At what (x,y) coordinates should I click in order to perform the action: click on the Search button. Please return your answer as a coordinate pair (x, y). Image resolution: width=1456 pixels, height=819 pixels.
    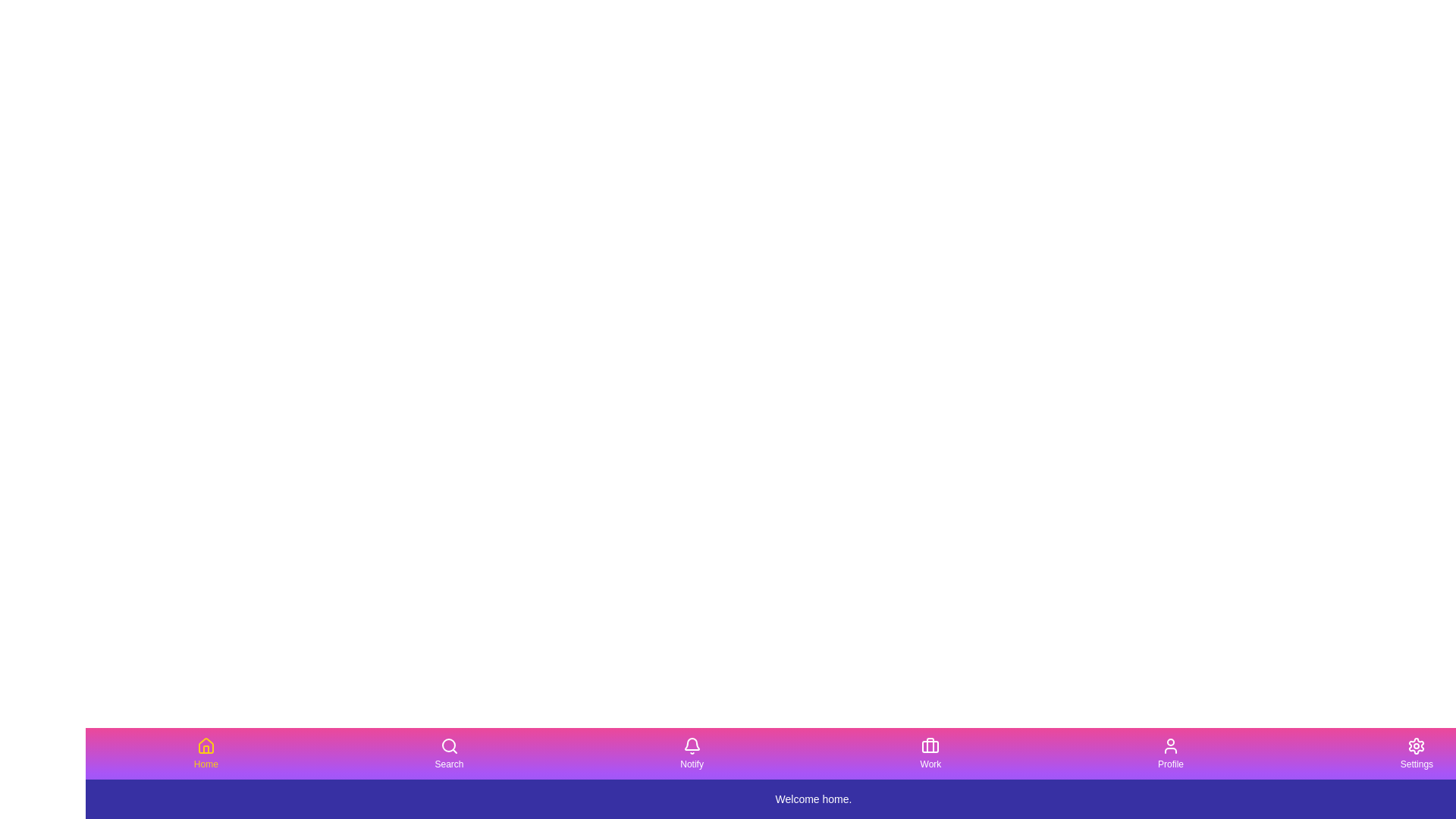
    Looking at the image, I should click on (448, 754).